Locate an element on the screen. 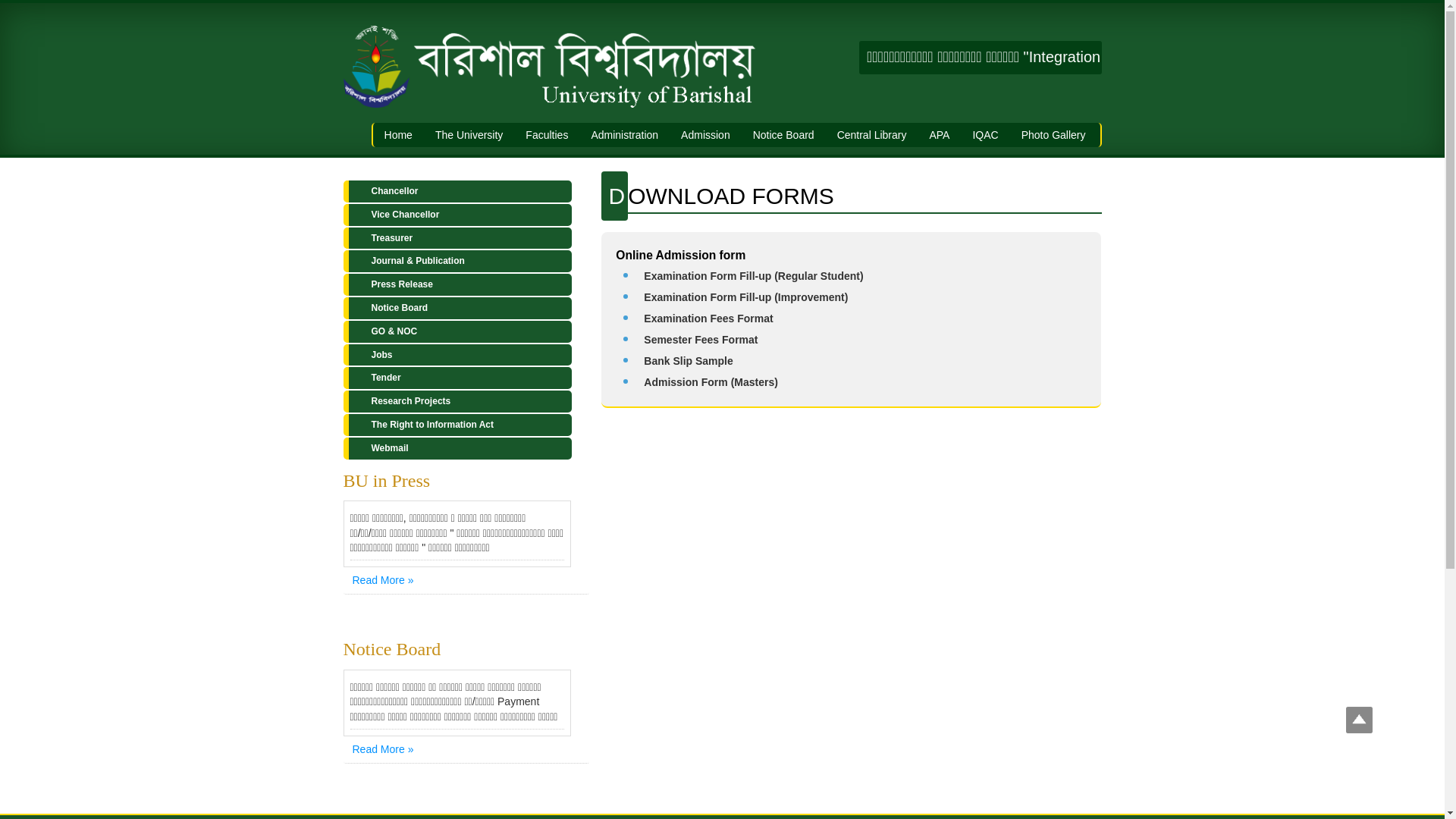 Image resolution: width=1456 pixels, height=819 pixels. 'APA' is located at coordinates (938, 133).